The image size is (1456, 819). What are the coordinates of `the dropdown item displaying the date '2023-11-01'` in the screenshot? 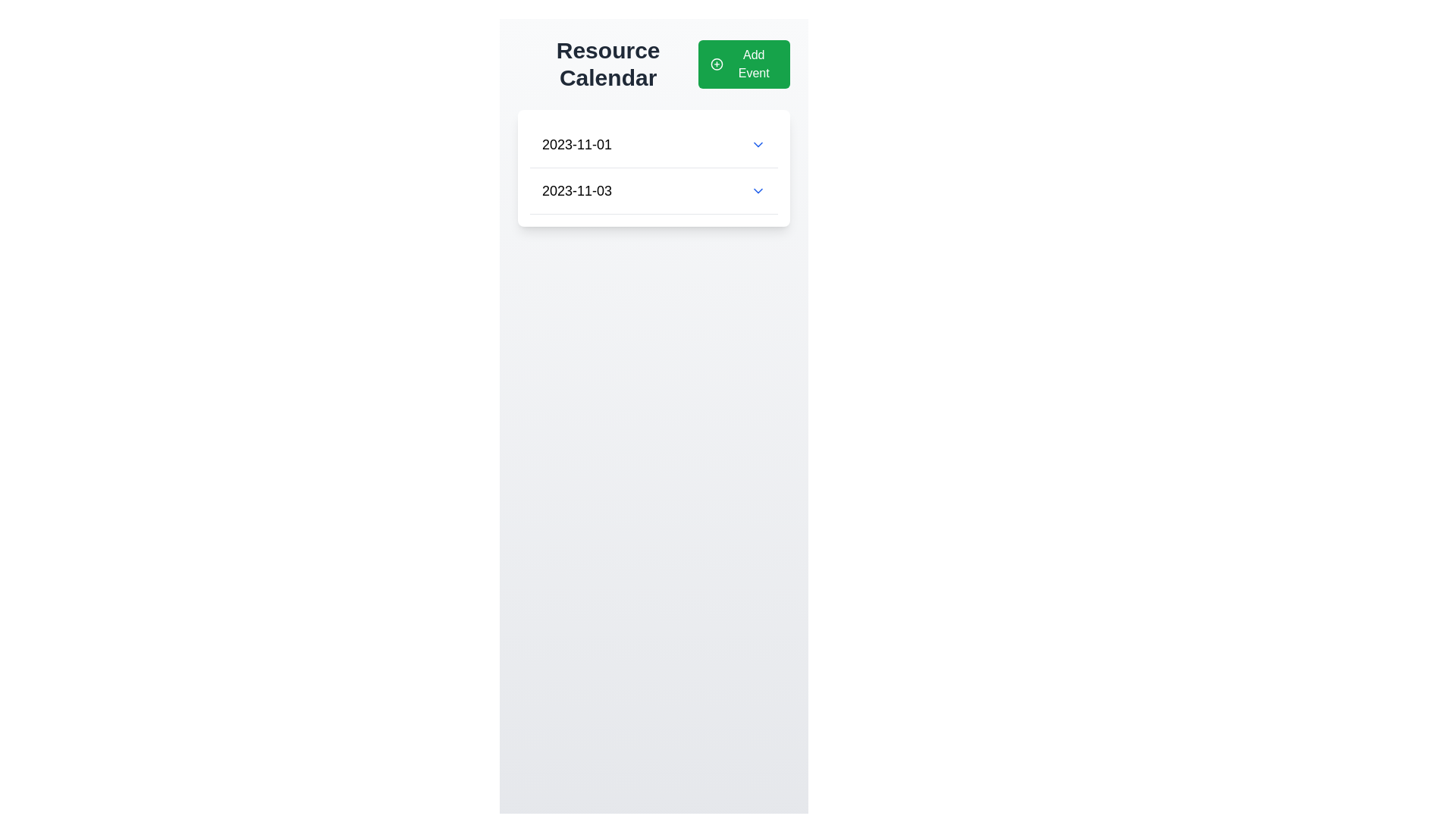 It's located at (654, 145).